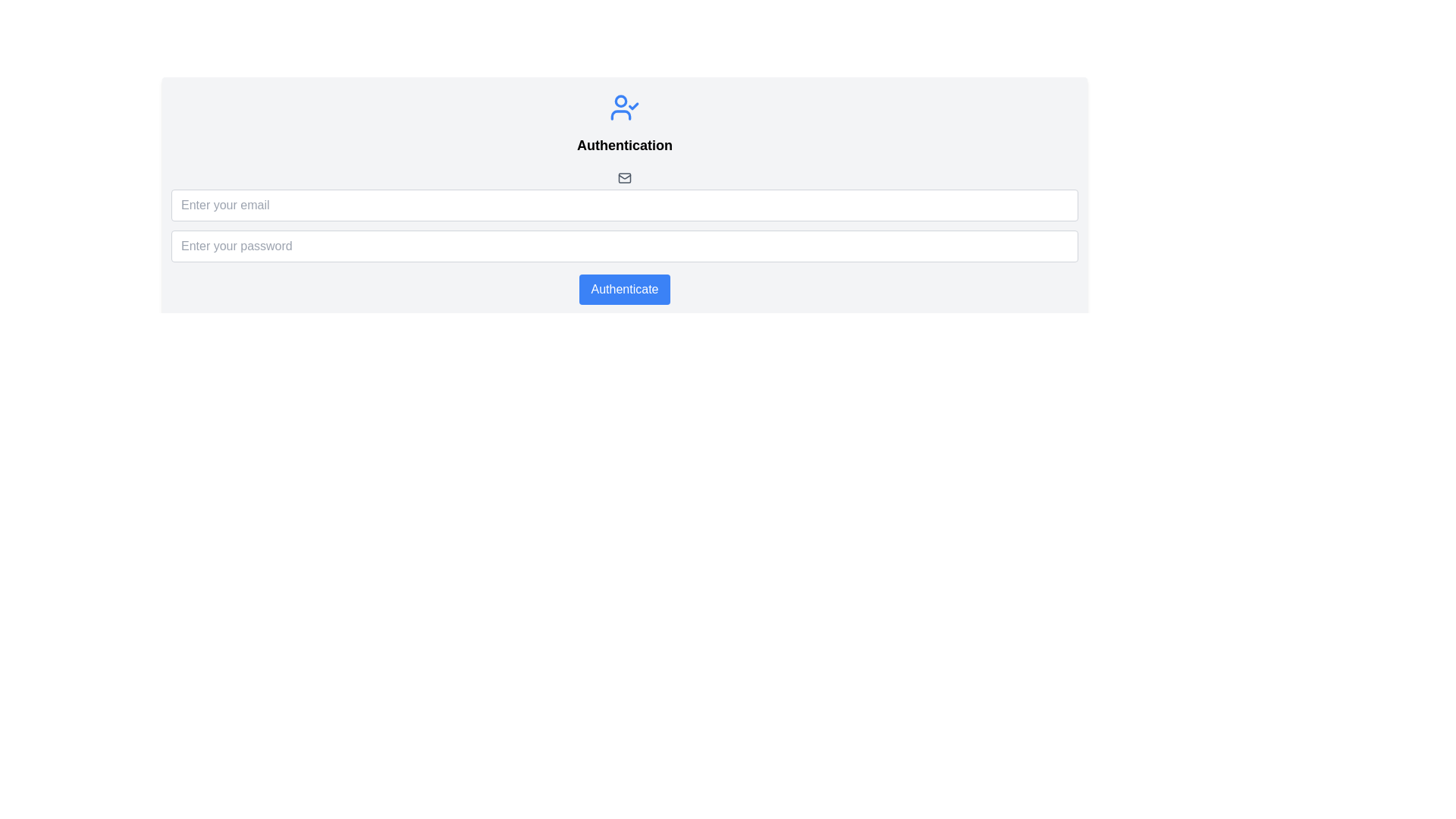  I want to click on the decorative email icon located above the 'Enter your email' input field, which is centered horizontally within the form section, so click(625, 177).